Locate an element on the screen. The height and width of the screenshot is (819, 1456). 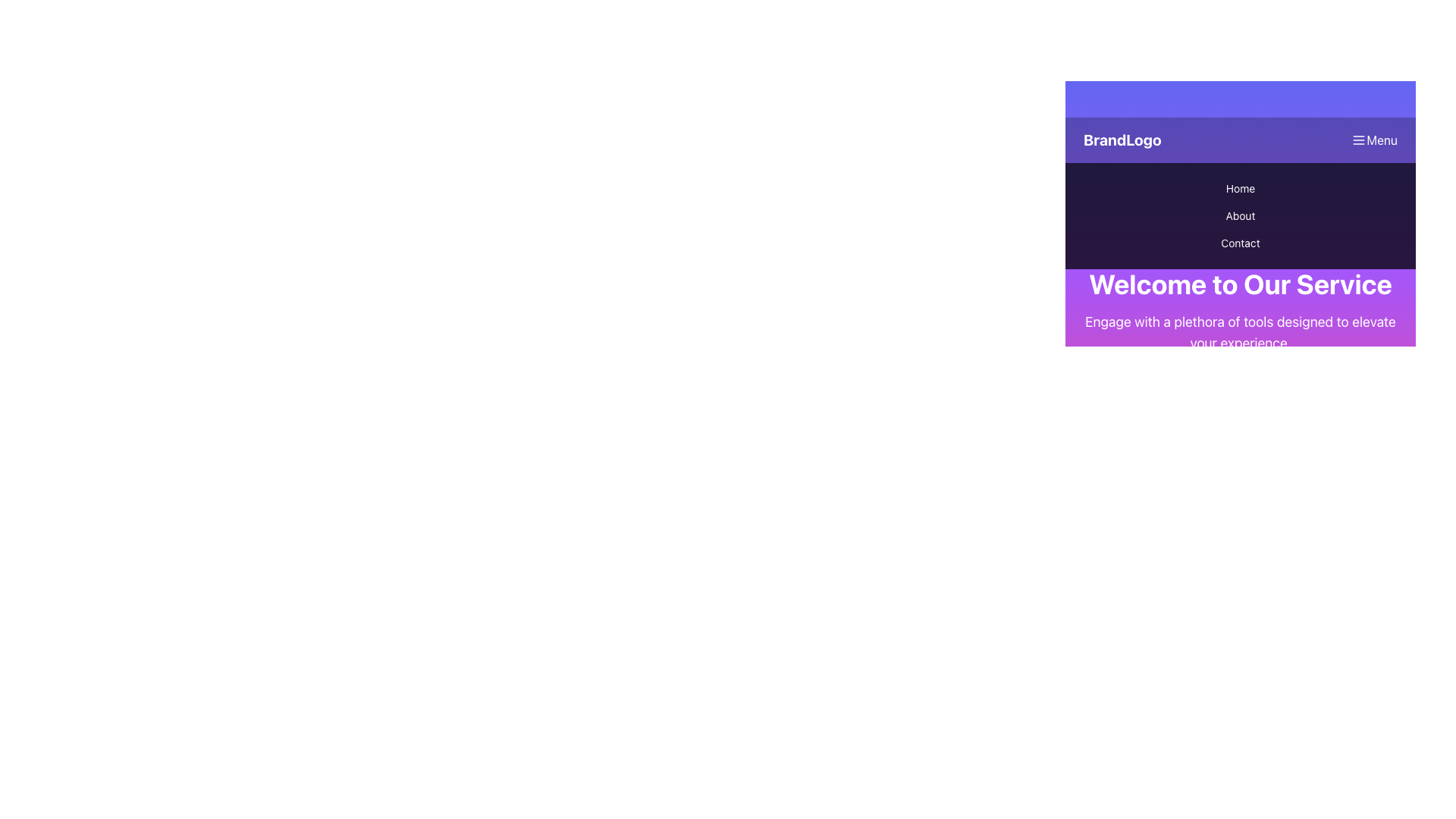
the informational text block located below the 'Welcome to Our Service' heading and above the 'Get Started' button, which provides an overview of the tools and features available is located at coordinates (1241, 332).